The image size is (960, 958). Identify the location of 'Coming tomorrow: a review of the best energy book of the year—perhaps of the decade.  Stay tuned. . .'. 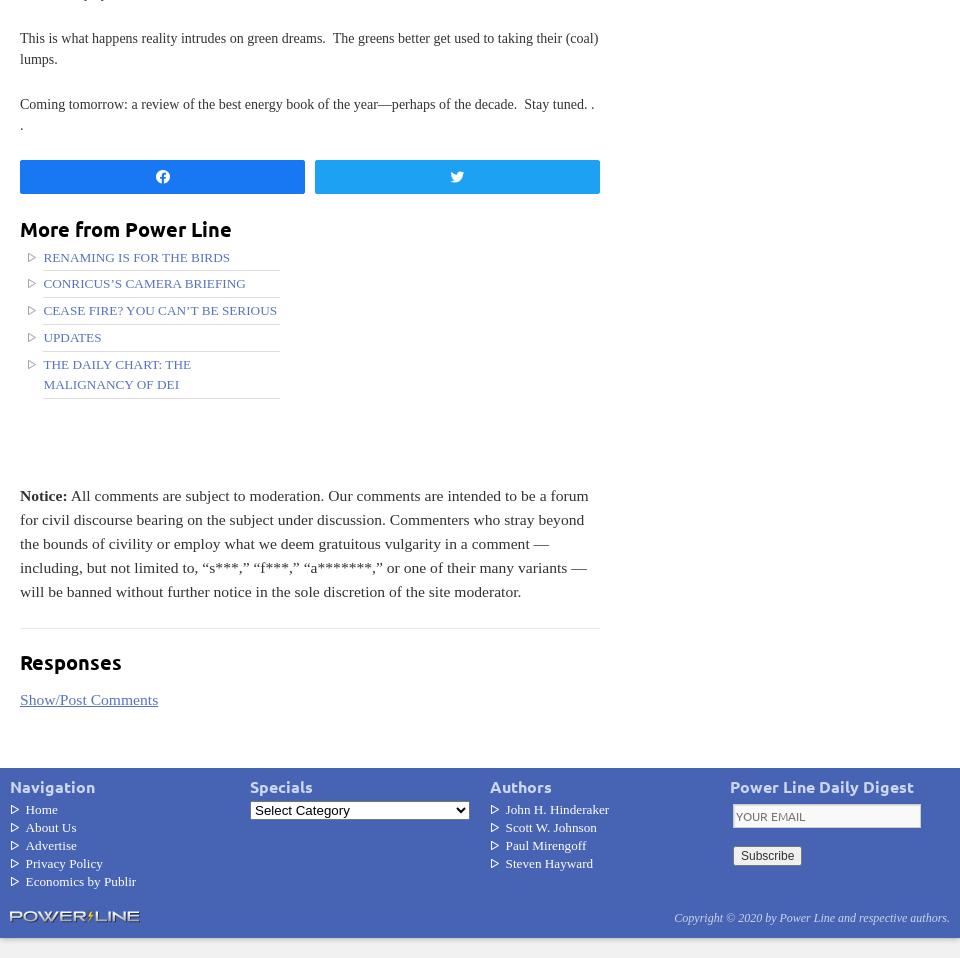
(307, 114).